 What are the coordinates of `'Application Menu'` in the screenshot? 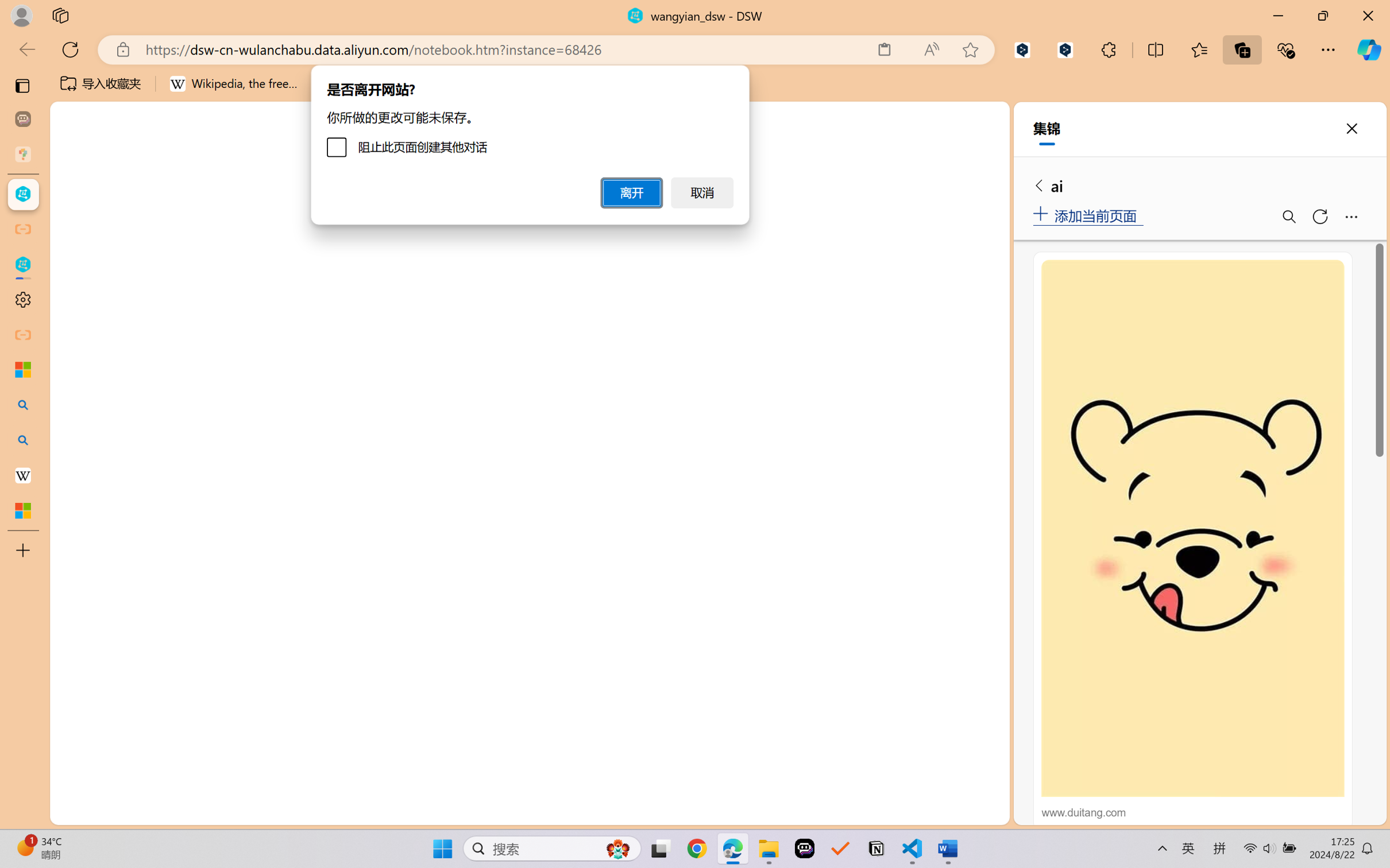 It's located at (73, 193).